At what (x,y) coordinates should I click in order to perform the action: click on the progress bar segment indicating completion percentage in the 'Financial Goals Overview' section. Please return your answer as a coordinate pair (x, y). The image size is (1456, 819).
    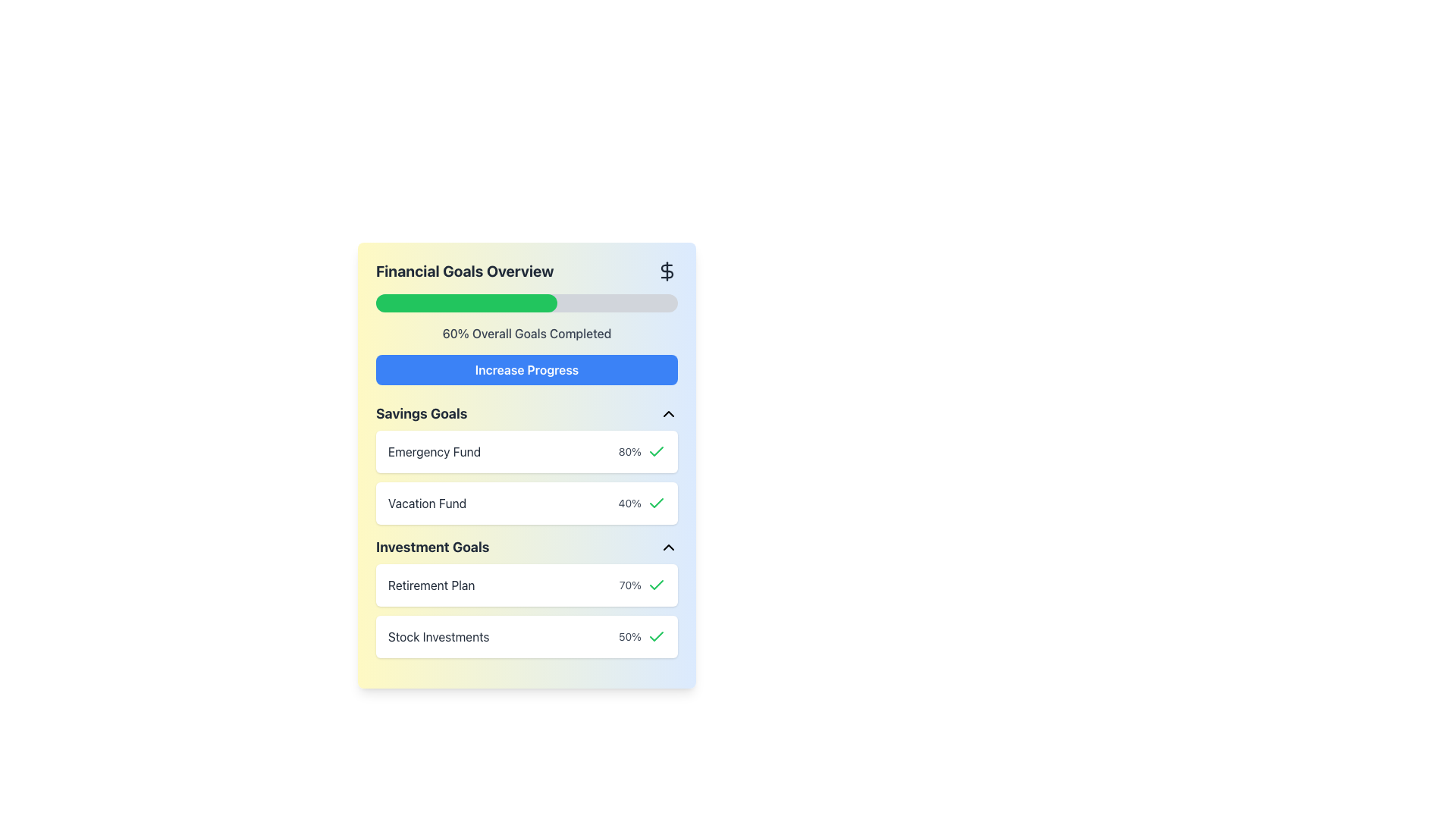
    Looking at the image, I should click on (466, 303).